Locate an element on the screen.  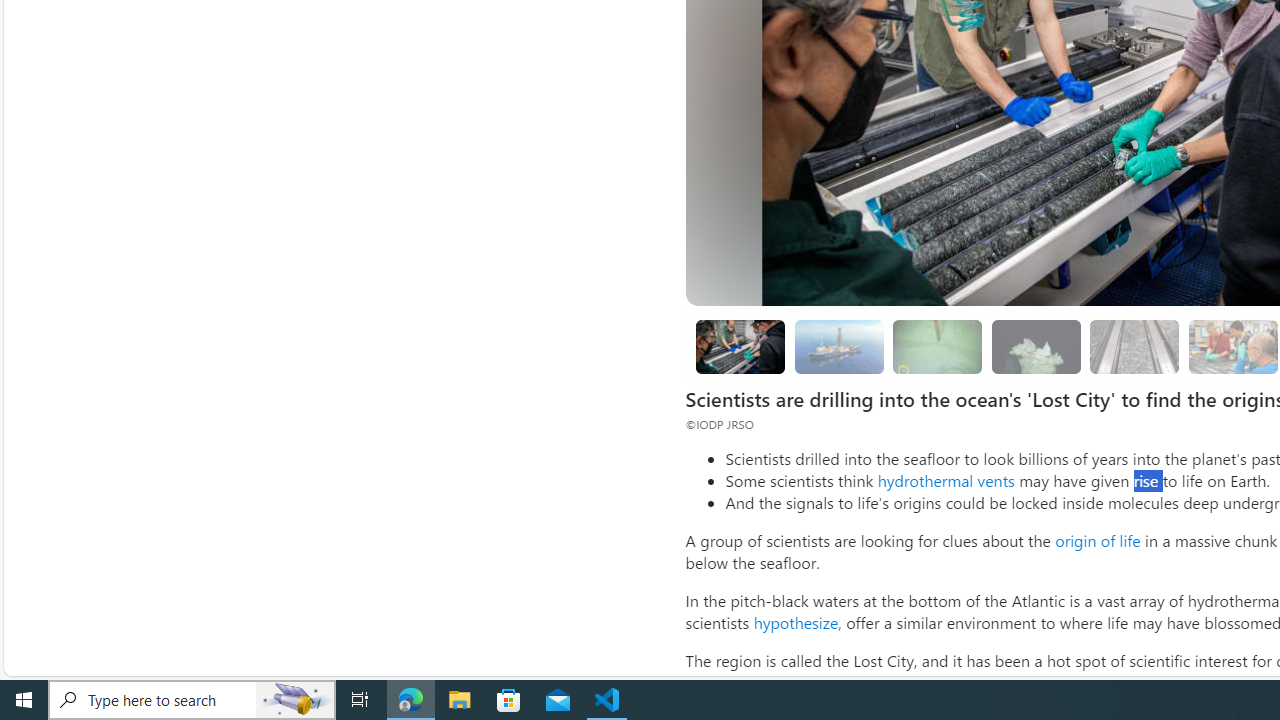
'Class: progress' is located at coordinates (1134, 342).